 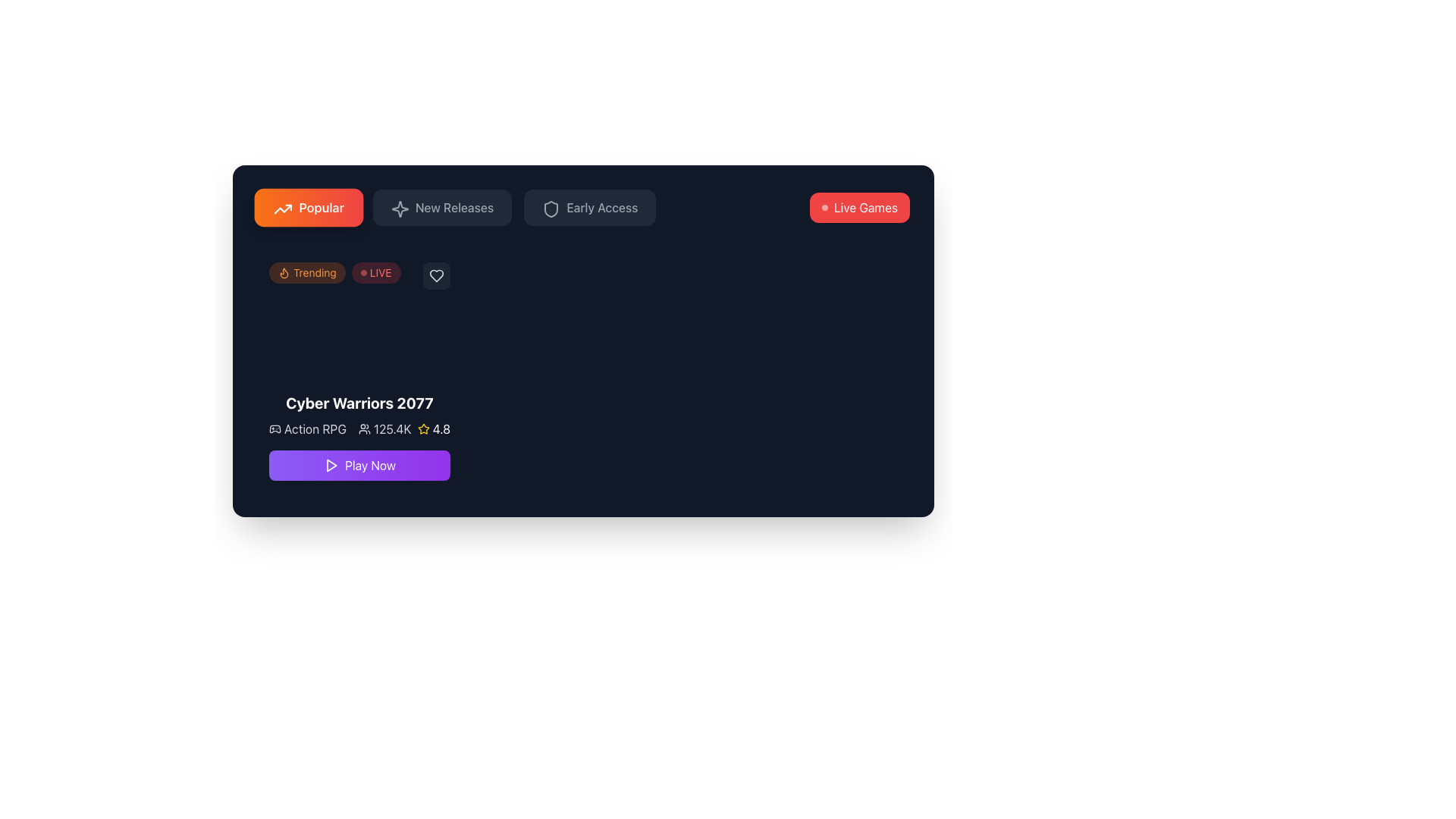 What do you see at coordinates (551, 209) in the screenshot?
I see `the shield-like icon located in the 'Early Access' section, positioned to the right of the 'New Releases' button` at bounding box center [551, 209].